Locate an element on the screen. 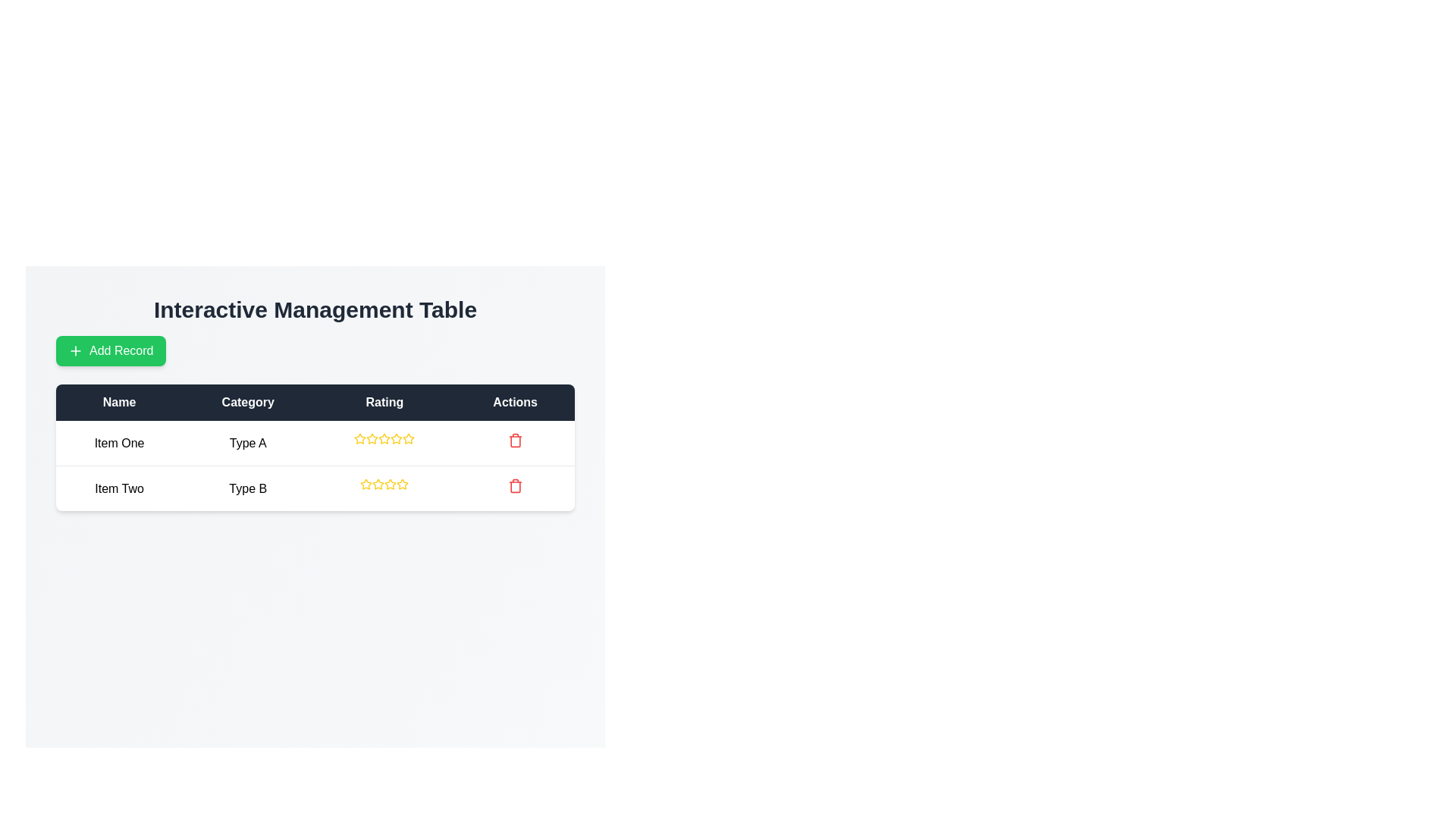 This screenshot has height=819, width=1456. the yellow hollow star icon representing the rating for 'Item Two' in the second row under the 'Rating' column is located at coordinates (366, 485).